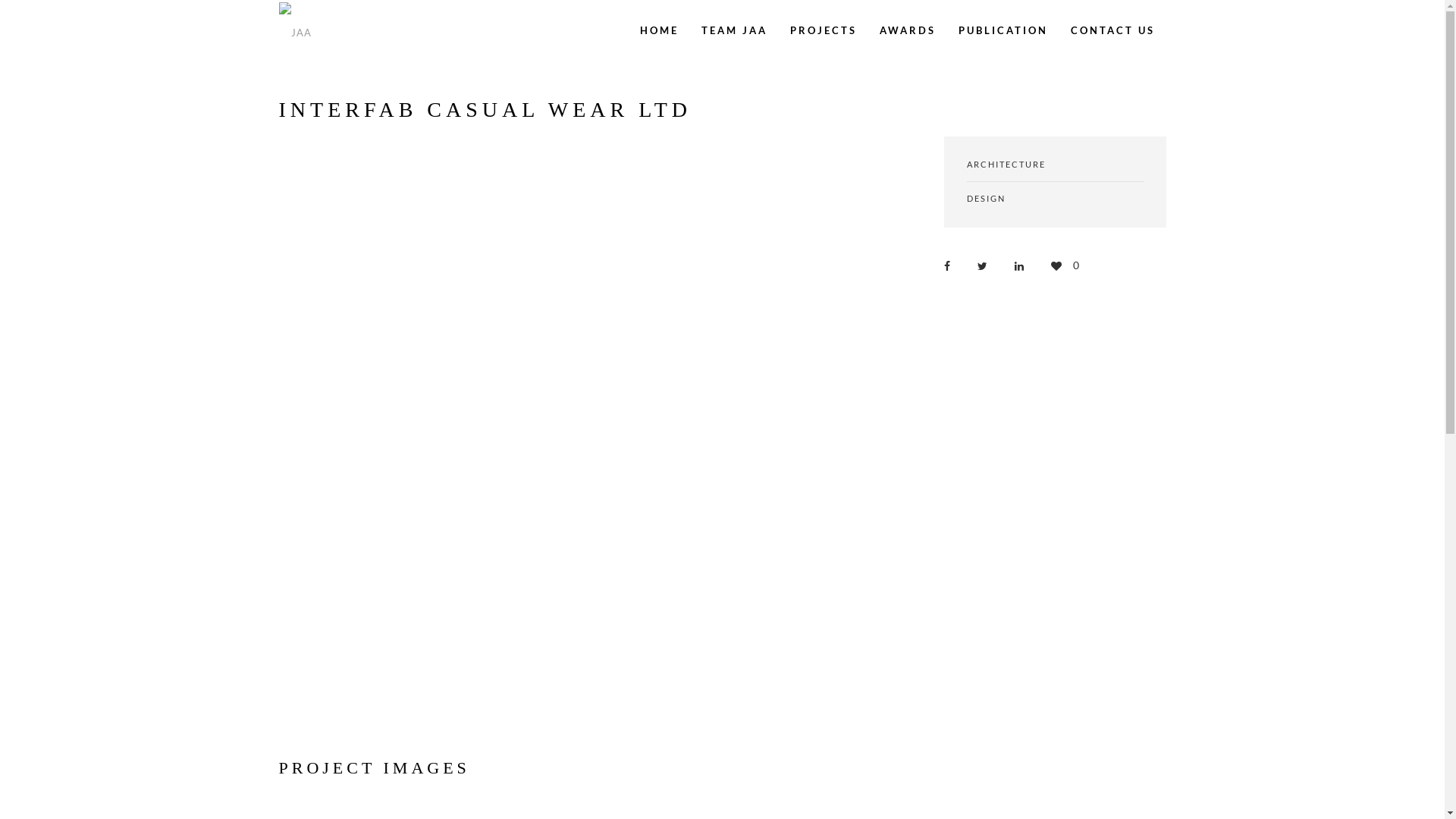  I want to click on 'JAA', so click(297, 30).